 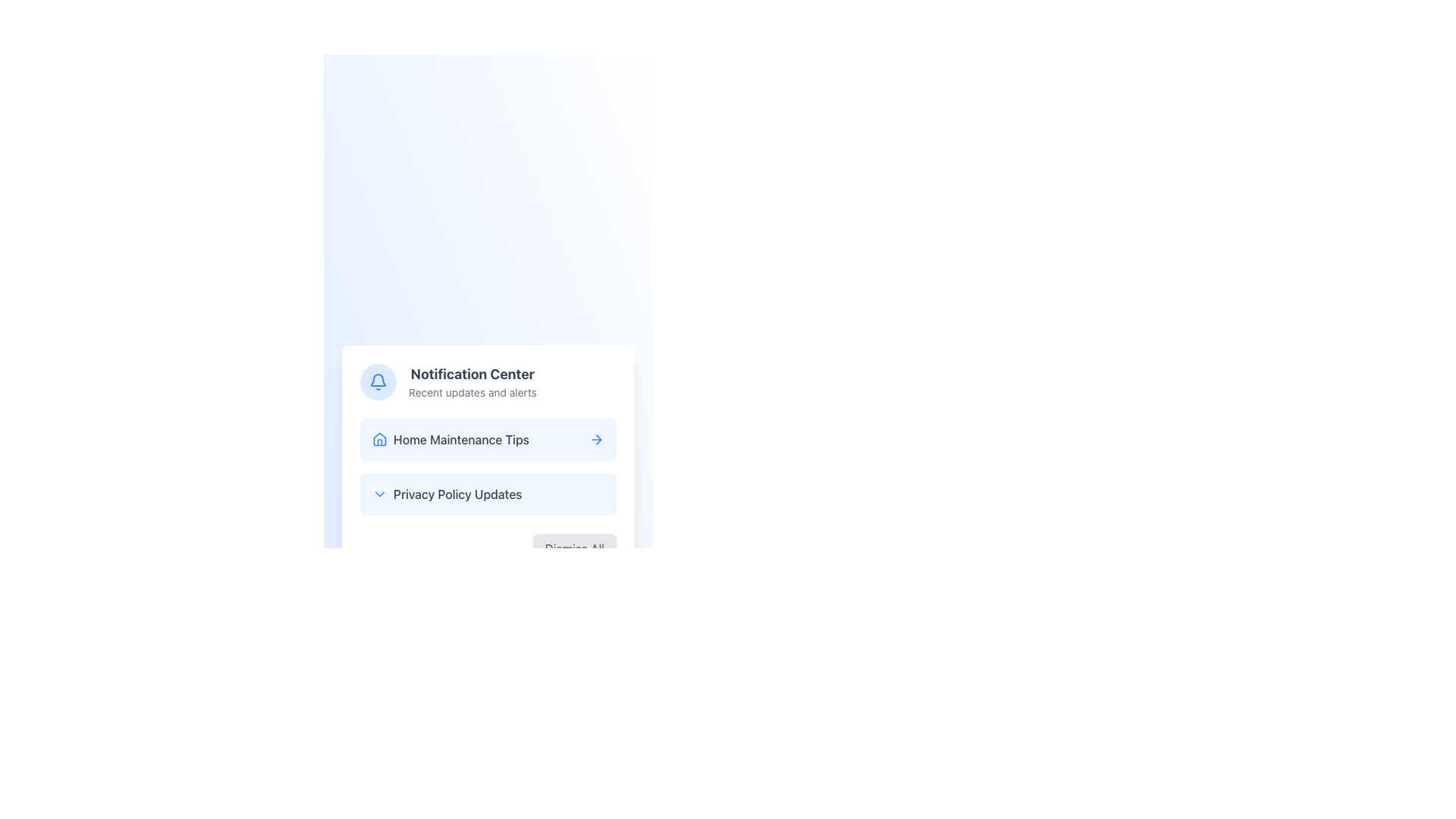 I want to click on the blue bell icon located in the Notification Center, so click(x=378, y=381).